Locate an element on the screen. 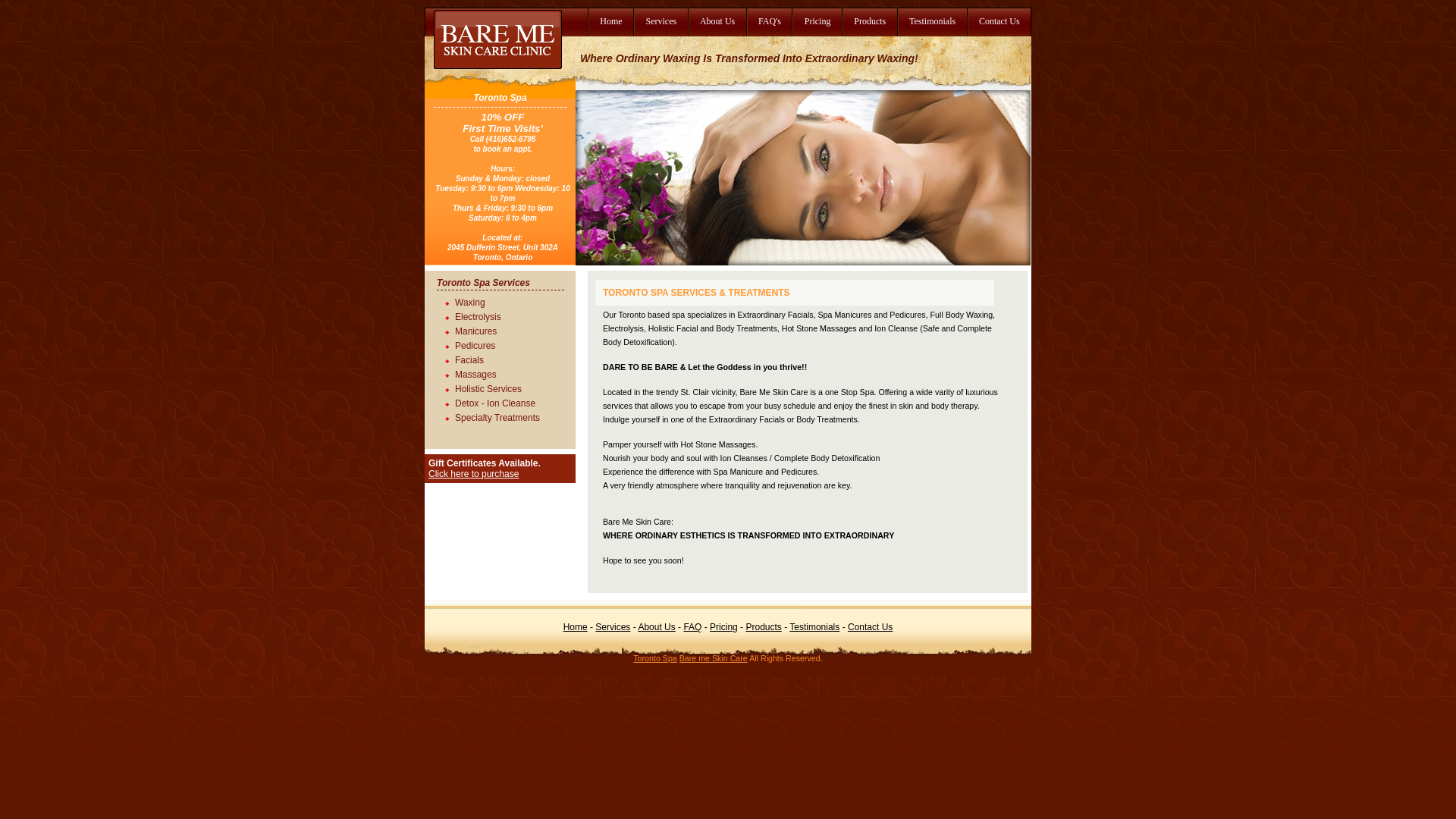 Image resolution: width=1456 pixels, height=819 pixels. 'About Us' is located at coordinates (716, 22).